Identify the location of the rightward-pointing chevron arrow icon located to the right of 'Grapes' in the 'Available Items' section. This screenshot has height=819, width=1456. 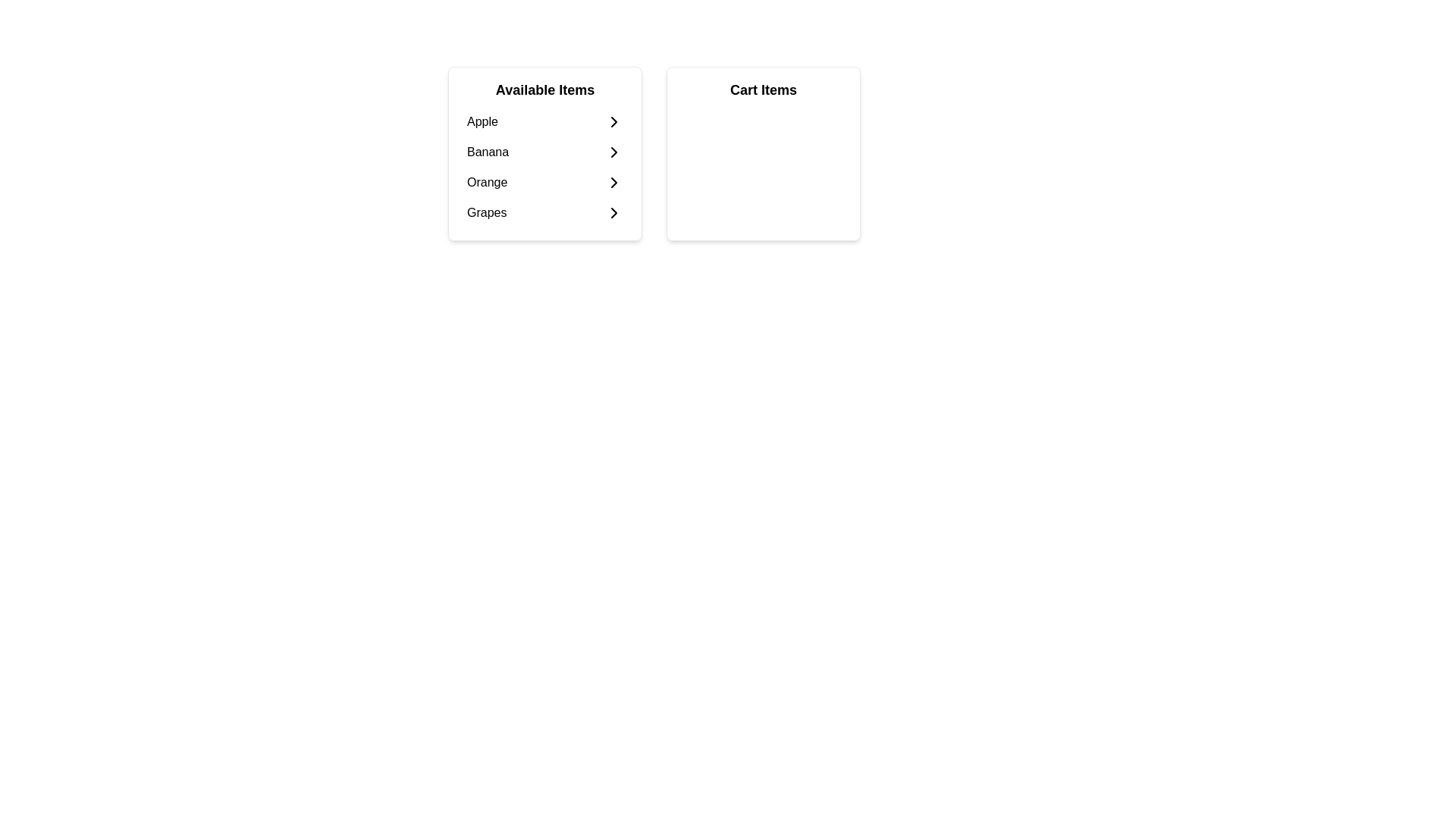
(614, 213).